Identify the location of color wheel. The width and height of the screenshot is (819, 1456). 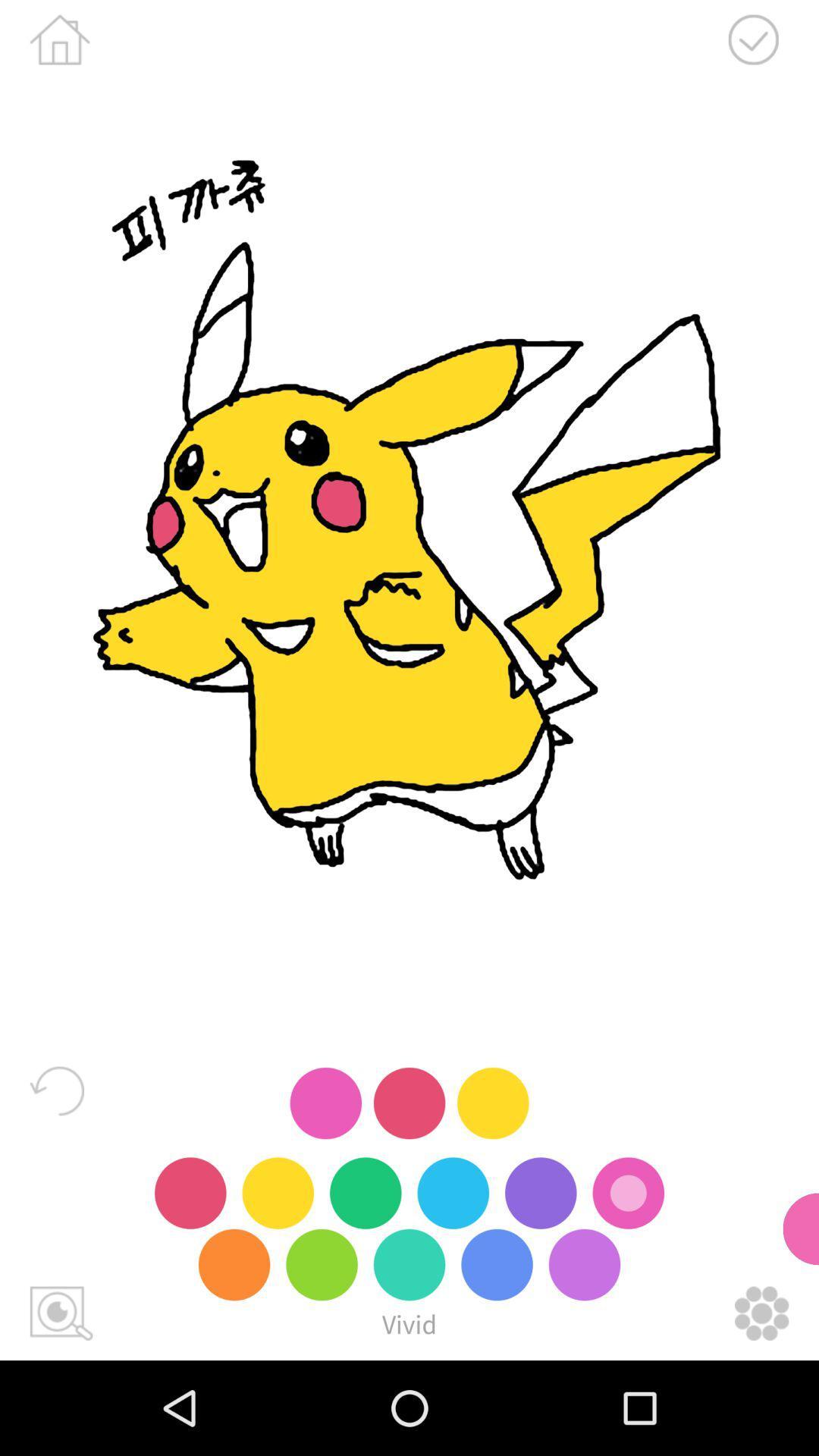
(761, 1313).